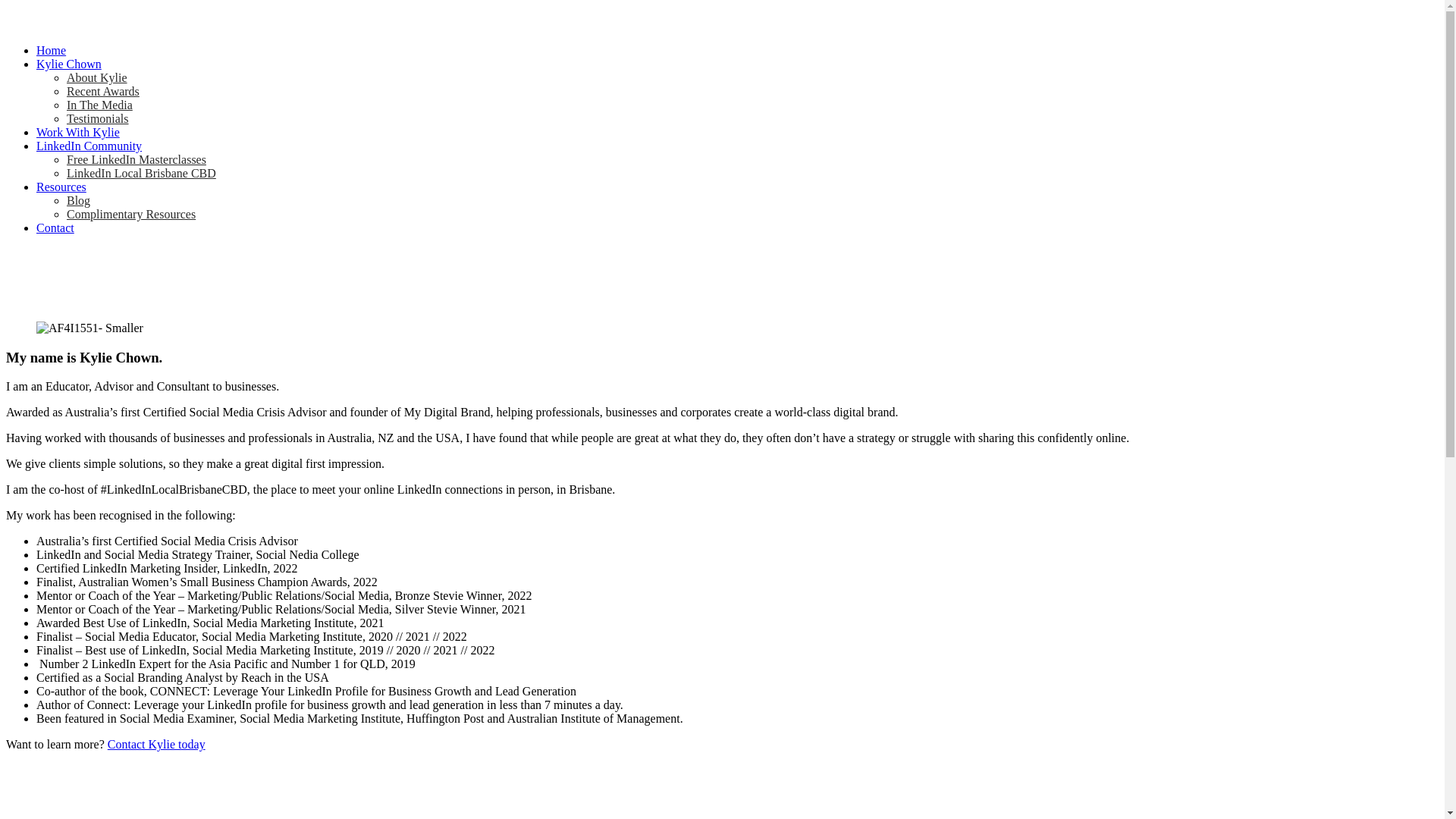 This screenshot has height=819, width=1456. Describe the element at coordinates (65, 118) in the screenshot. I see `'Testimonials'` at that location.